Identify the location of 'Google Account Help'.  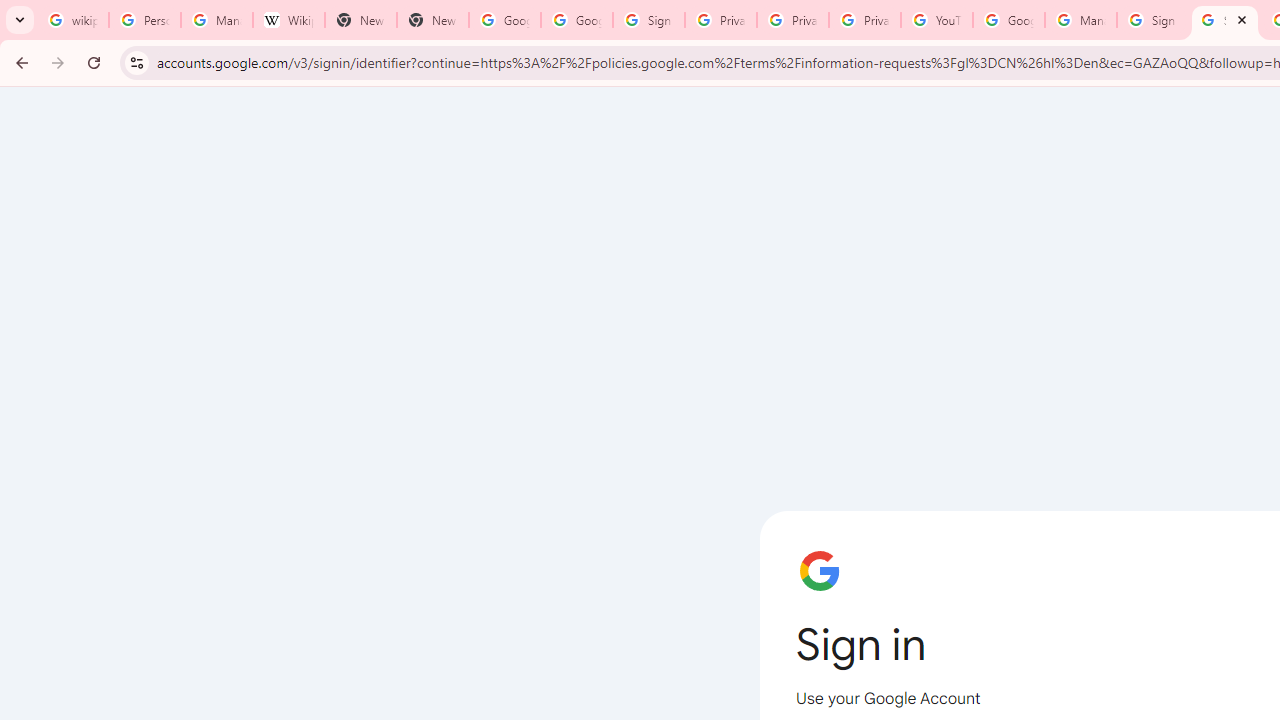
(1008, 20).